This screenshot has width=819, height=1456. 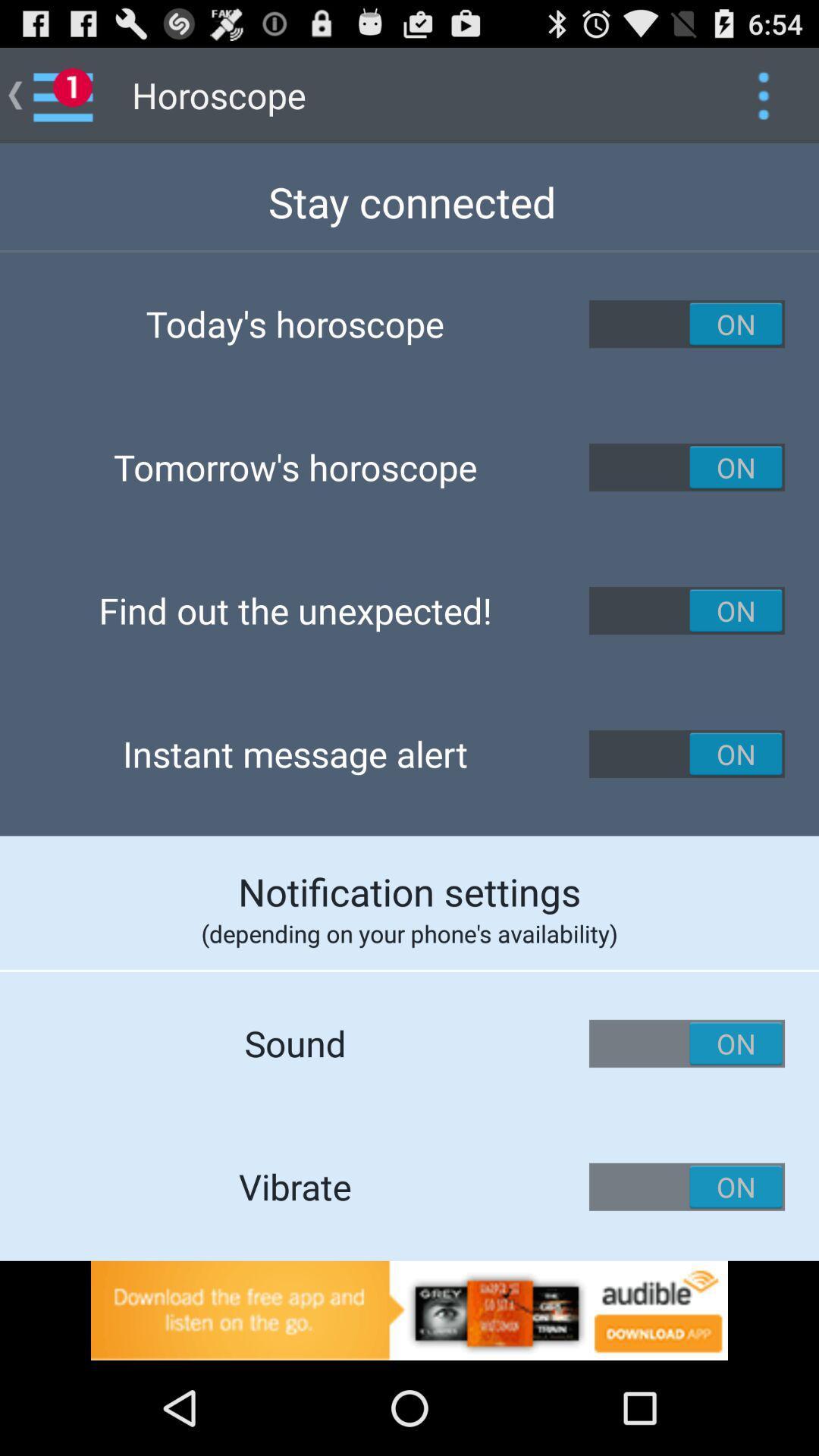 What do you see at coordinates (687, 466) in the screenshot?
I see `switch button` at bounding box center [687, 466].